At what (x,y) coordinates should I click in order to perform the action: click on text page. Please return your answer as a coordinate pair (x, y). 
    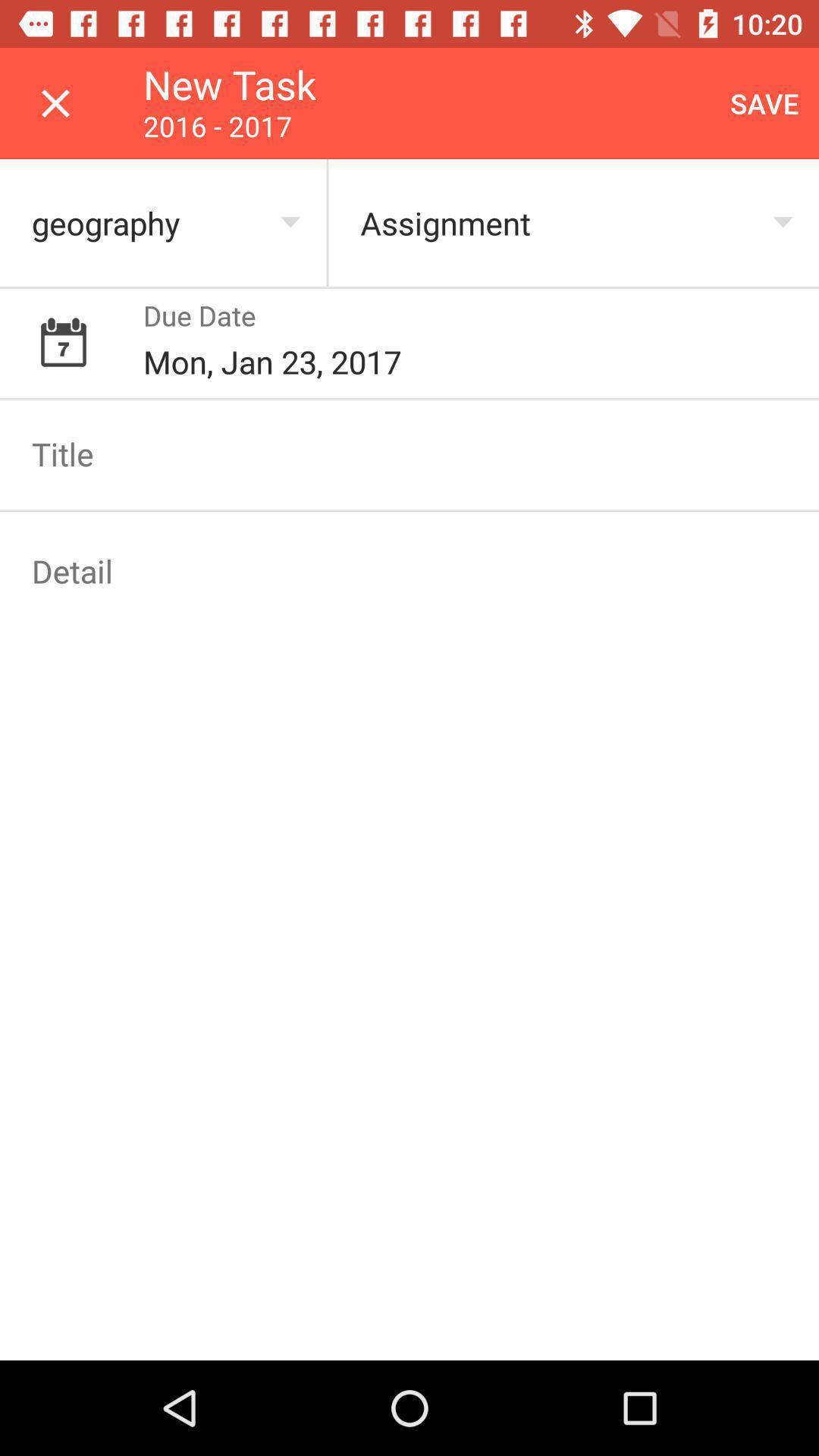
    Looking at the image, I should click on (409, 453).